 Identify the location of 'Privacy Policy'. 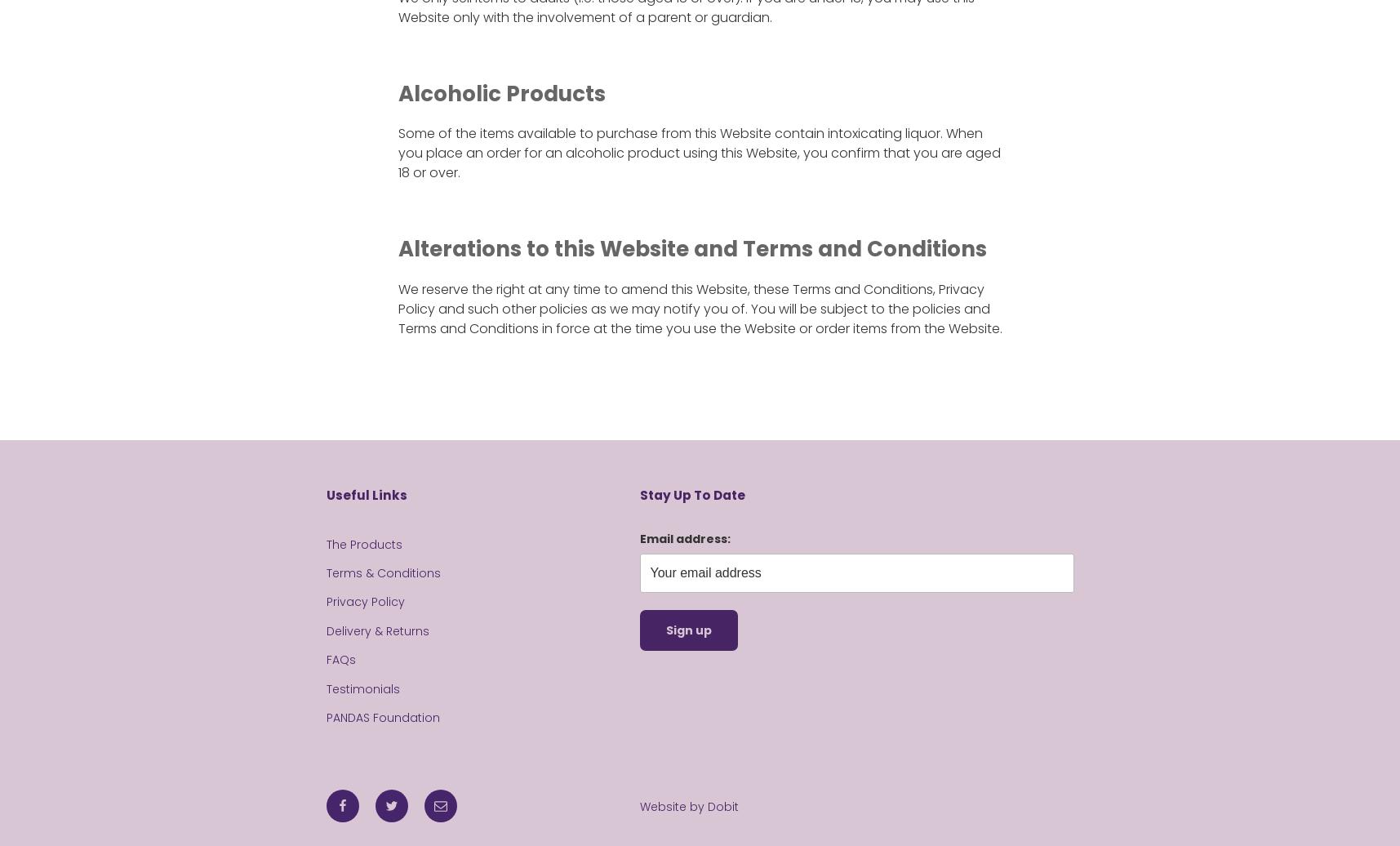
(326, 602).